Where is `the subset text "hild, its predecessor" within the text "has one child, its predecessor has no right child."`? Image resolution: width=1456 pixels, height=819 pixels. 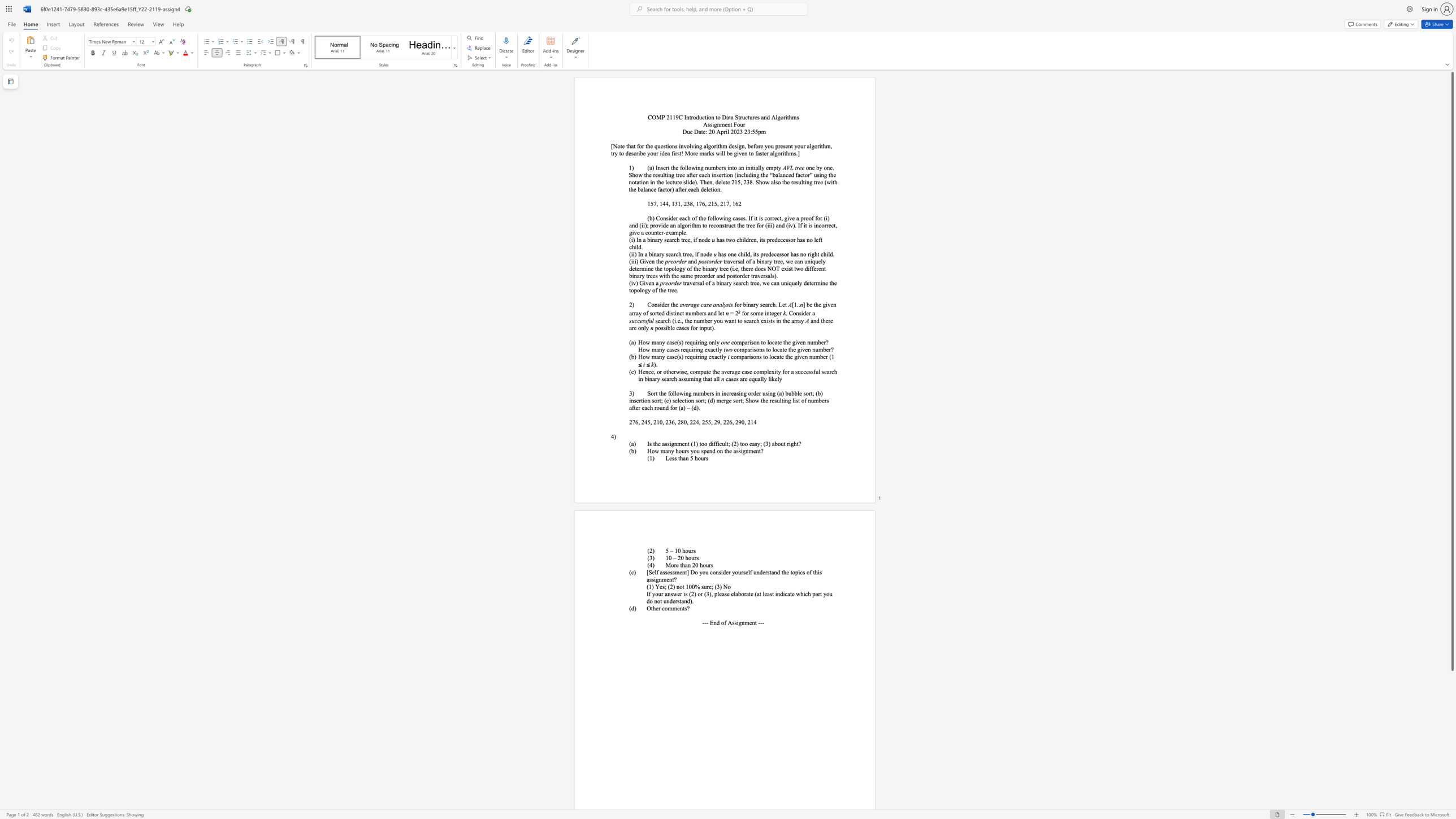
the subset text "hild, its predecessor" within the text "has one child, its predecessor has no right child." is located at coordinates (740, 254).